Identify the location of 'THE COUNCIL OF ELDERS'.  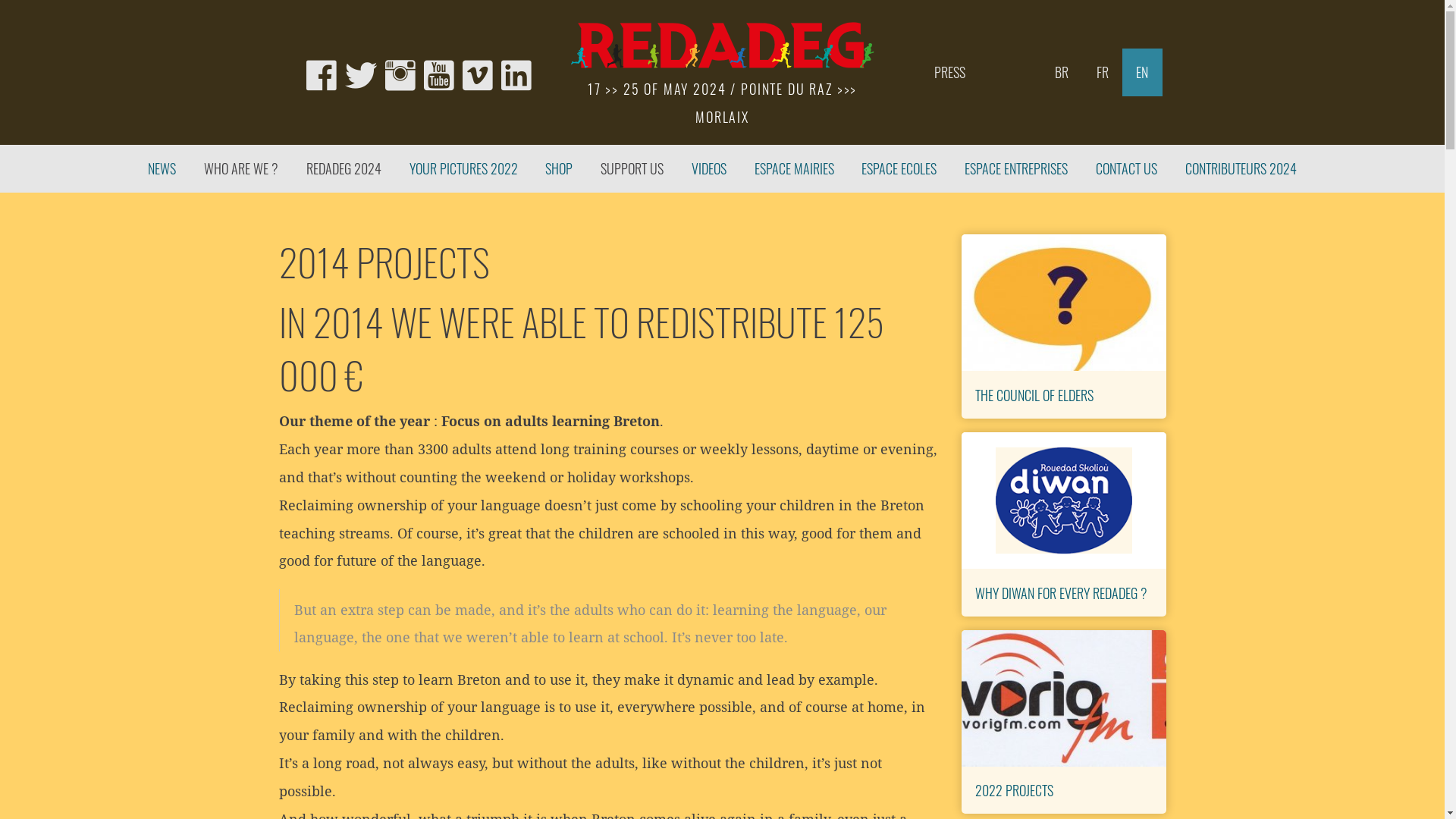
(975, 393).